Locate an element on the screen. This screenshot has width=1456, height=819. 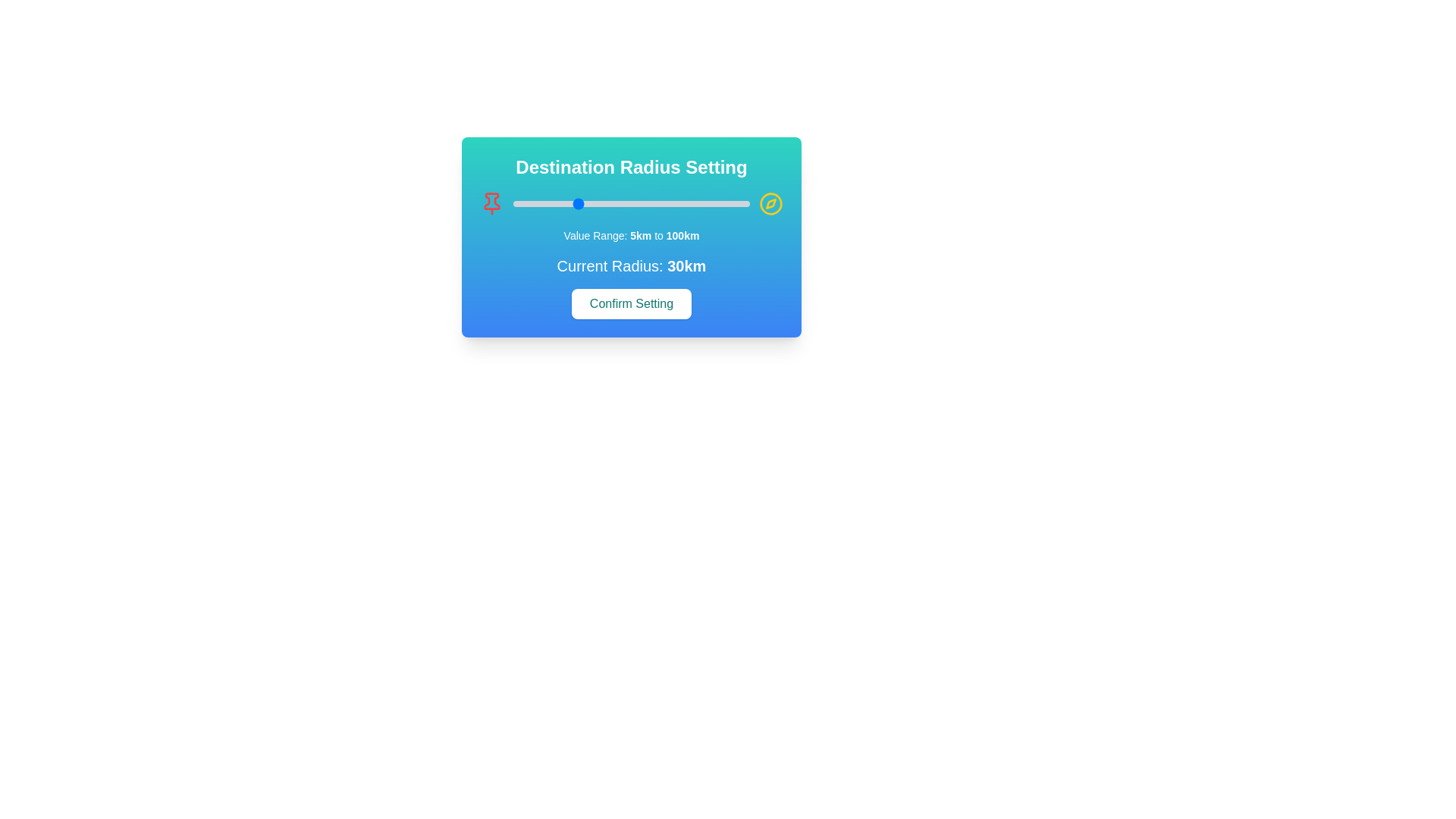
the slider to set the radius to 33 km, observing the visual feedback is located at coordinates (582, 203).